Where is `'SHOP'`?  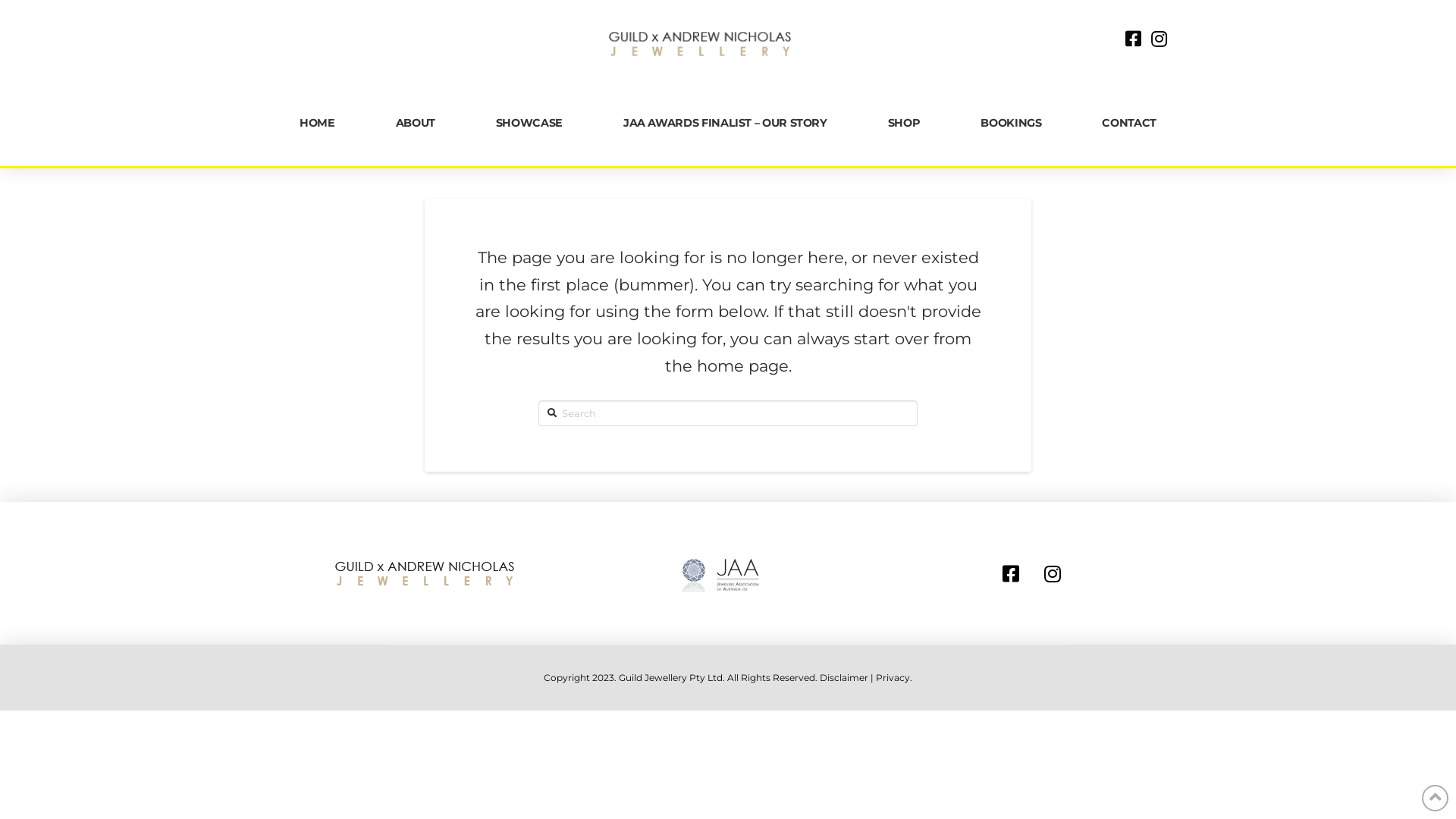
'SHOP' is located at coordinates (904, 122).